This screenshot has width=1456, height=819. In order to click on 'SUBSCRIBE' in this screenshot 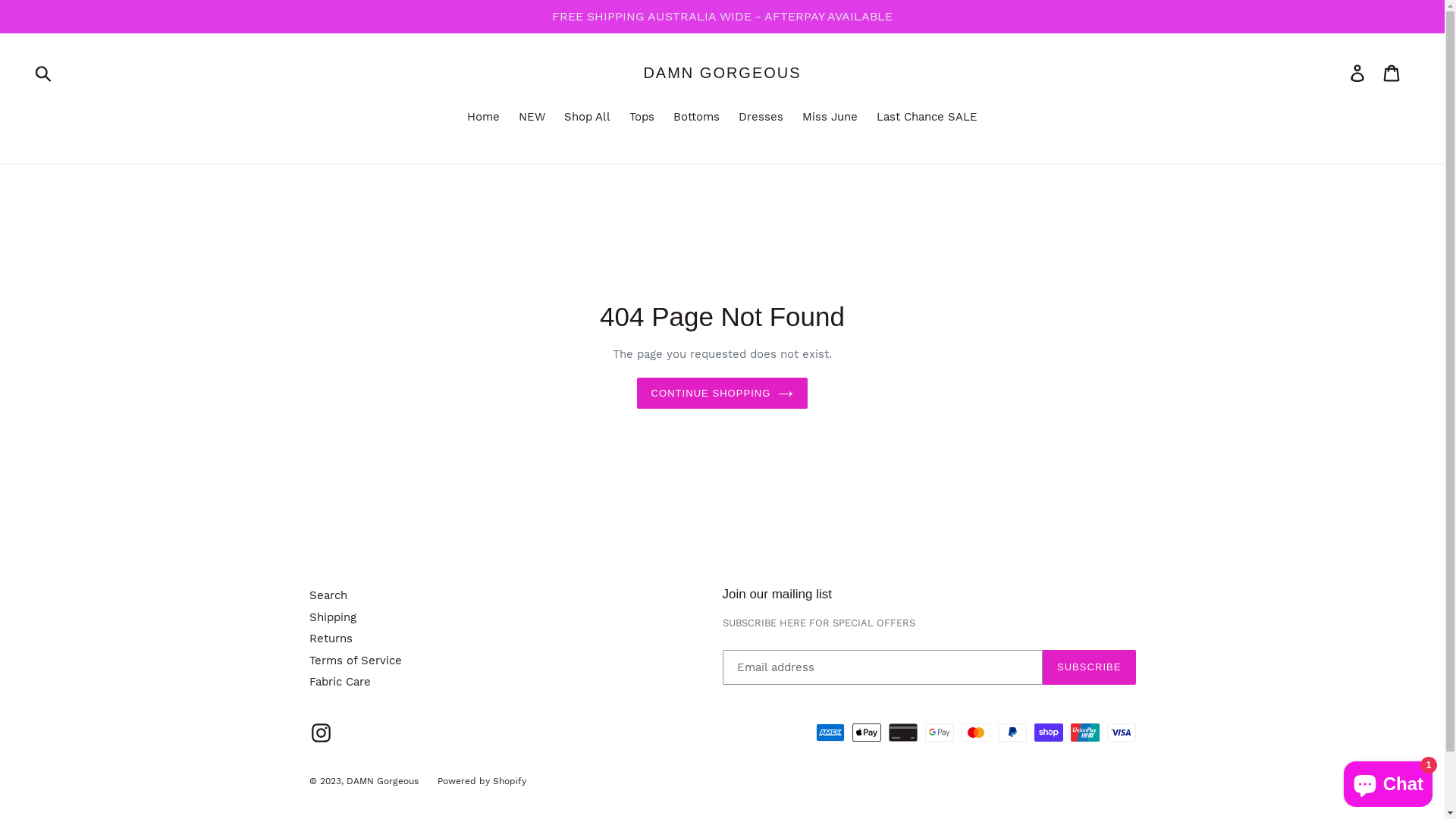, I will do `click(1088, 666)`.